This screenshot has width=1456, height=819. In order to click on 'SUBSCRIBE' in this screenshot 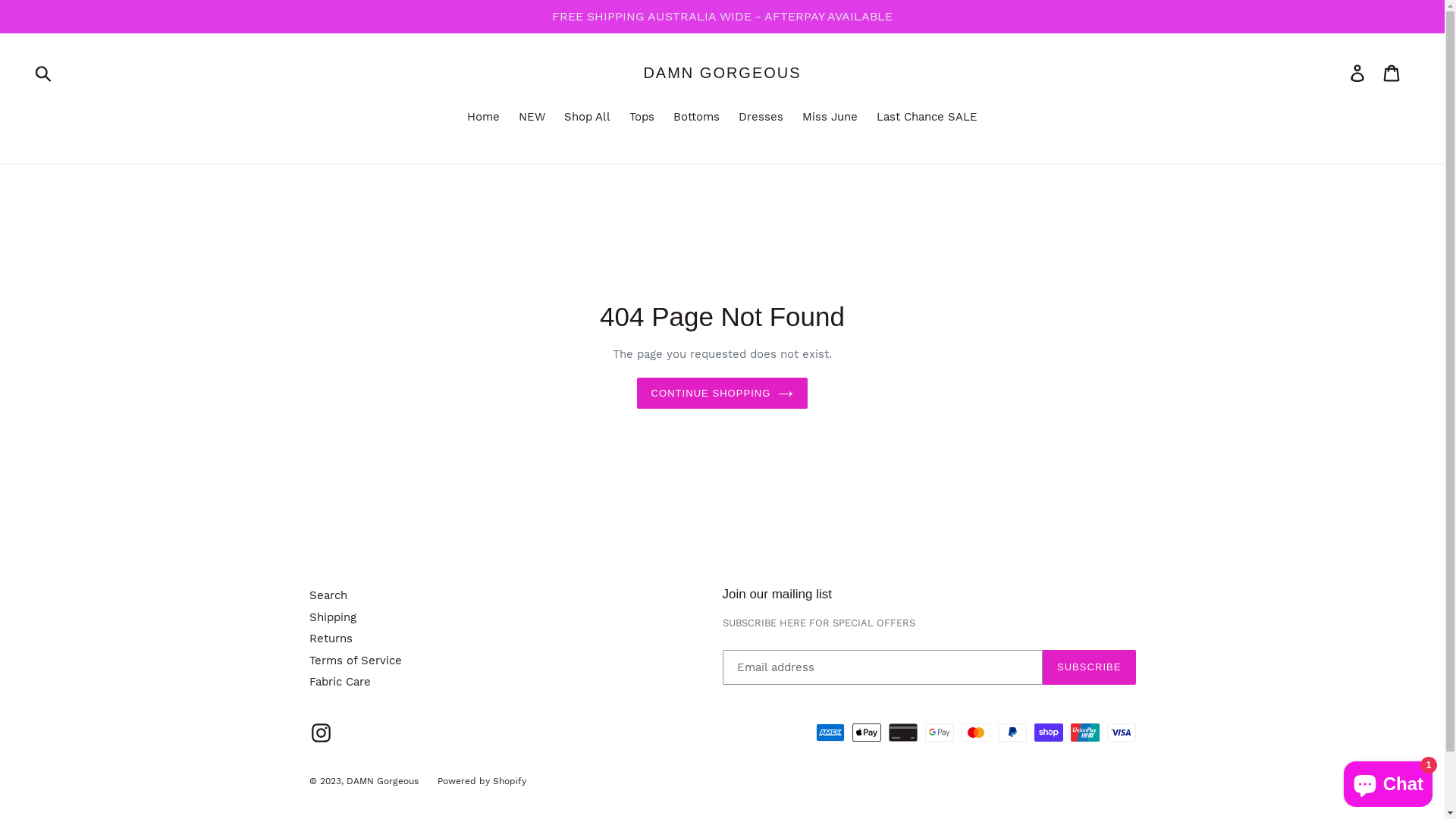, I will do `click(1088, 666)`.